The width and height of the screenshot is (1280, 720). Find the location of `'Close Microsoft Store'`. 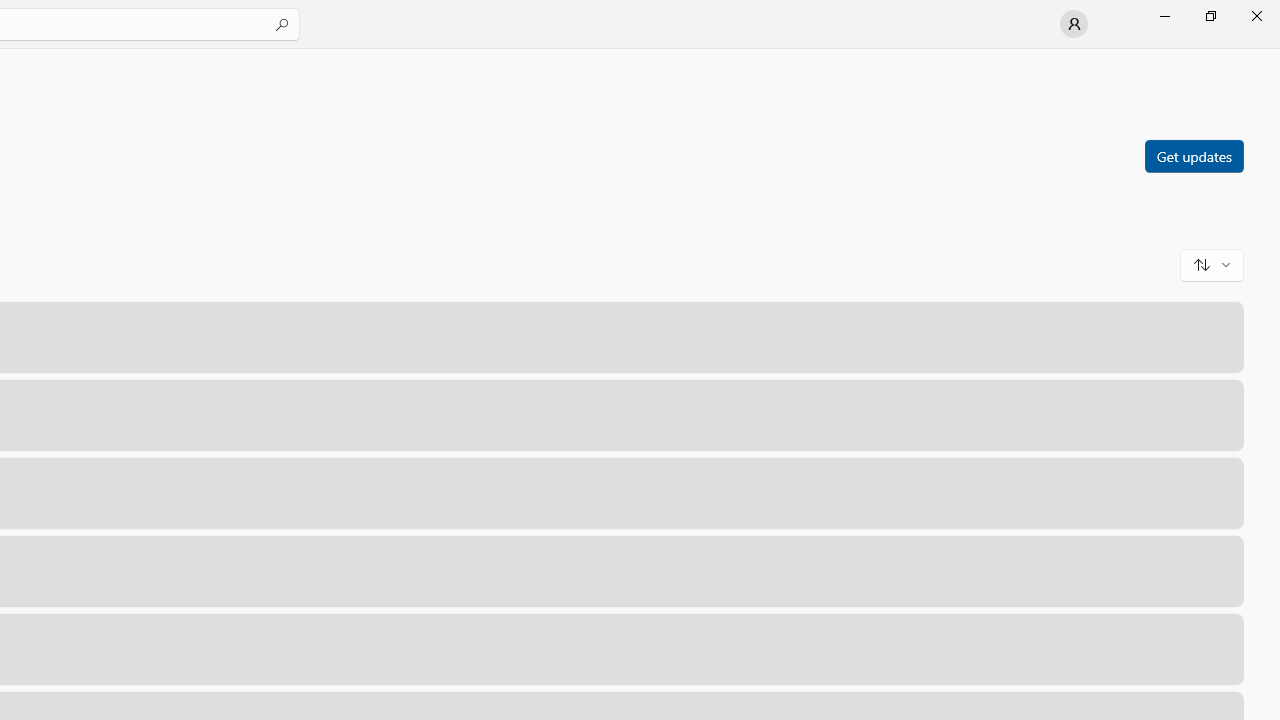

'Close Microsoft Store' is located at coordinates (1255, 15).